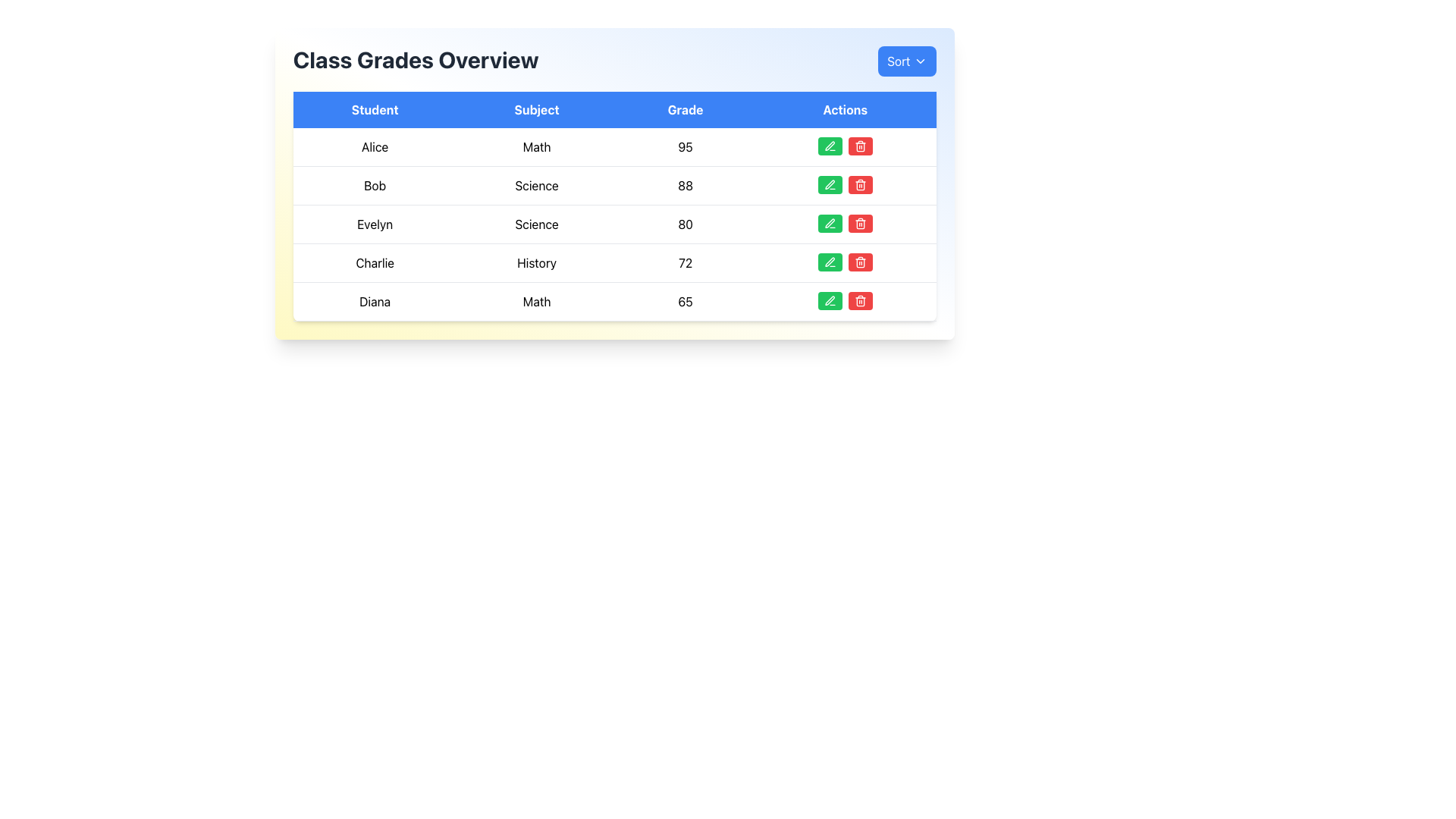  I want to click on the static text displaying 'Science' associated with the student 'Bob' in the second row and second column of the table, so click(537, 185).